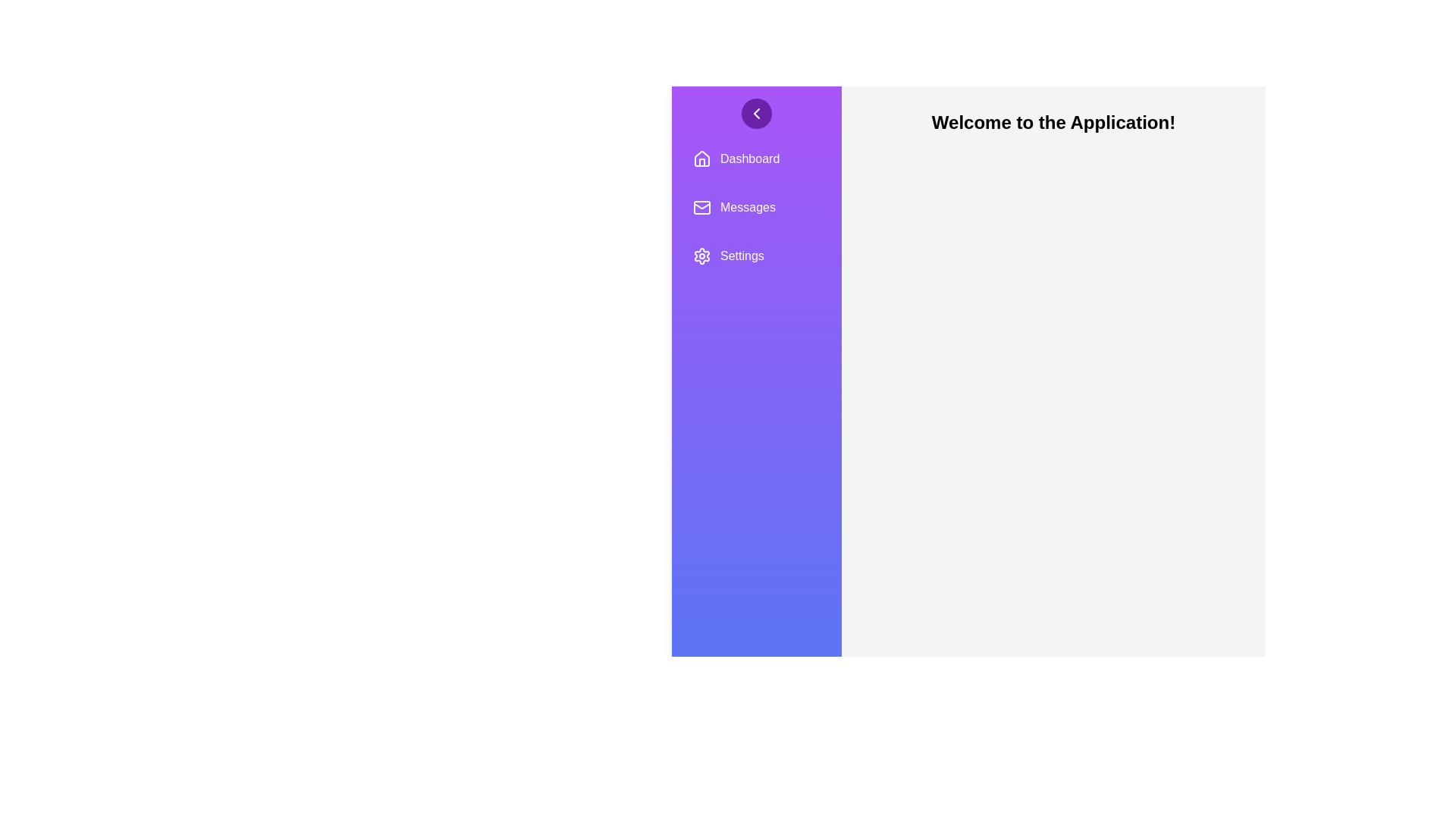  What do you see at coordinates (757, 158) in the screenshot?
I see `the 'Dashboard' button located at the top of the vertical navigation menu on the left sidebar, which has a purple background and contains a house icon next to the text` at bounding box center [757, 158].